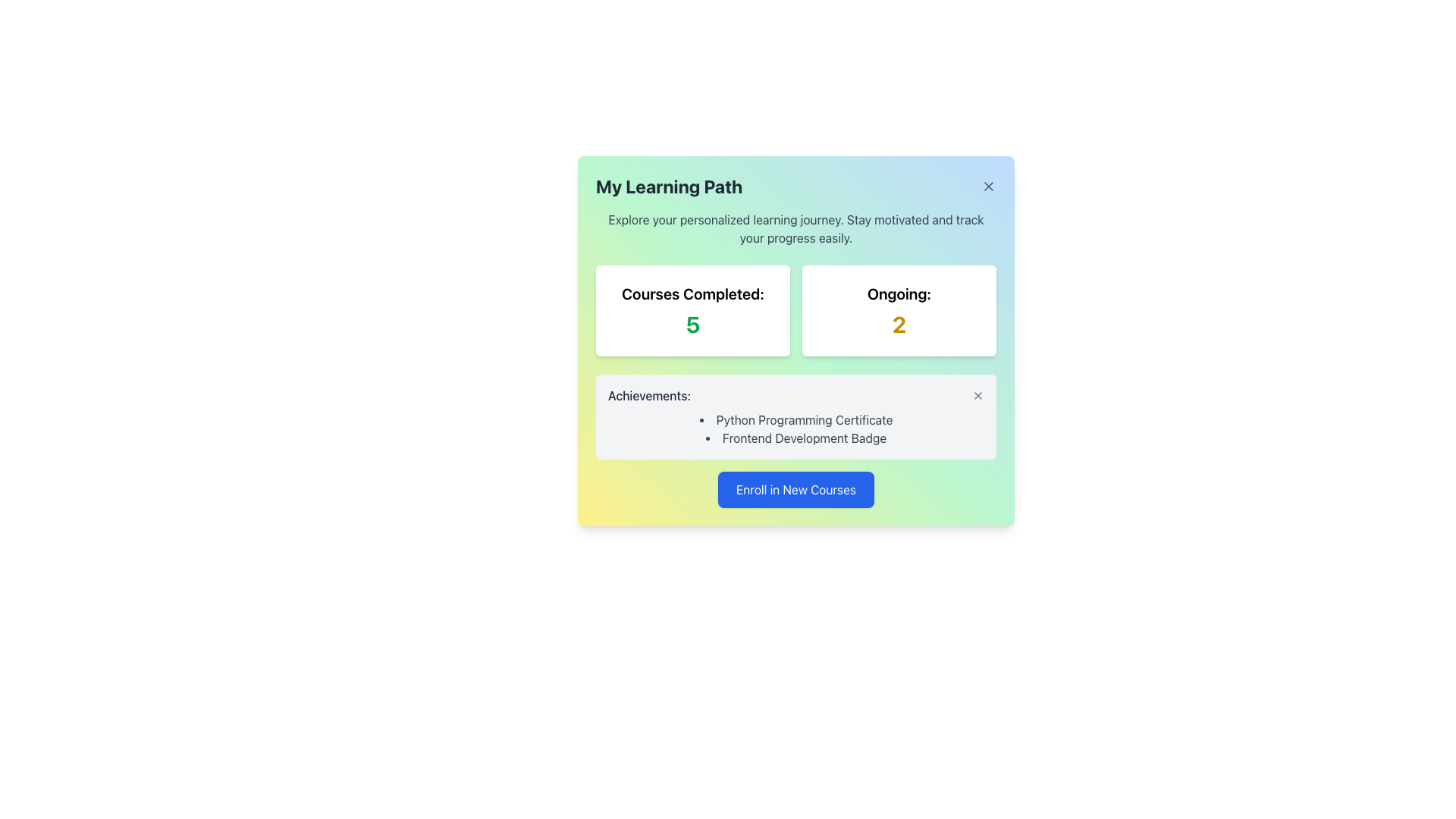  I want to click on the rectangular button with a blue background and white text reading 'Enroll in New Courses' to trigger the hover effect that darkens the blue, so click(795, 489).